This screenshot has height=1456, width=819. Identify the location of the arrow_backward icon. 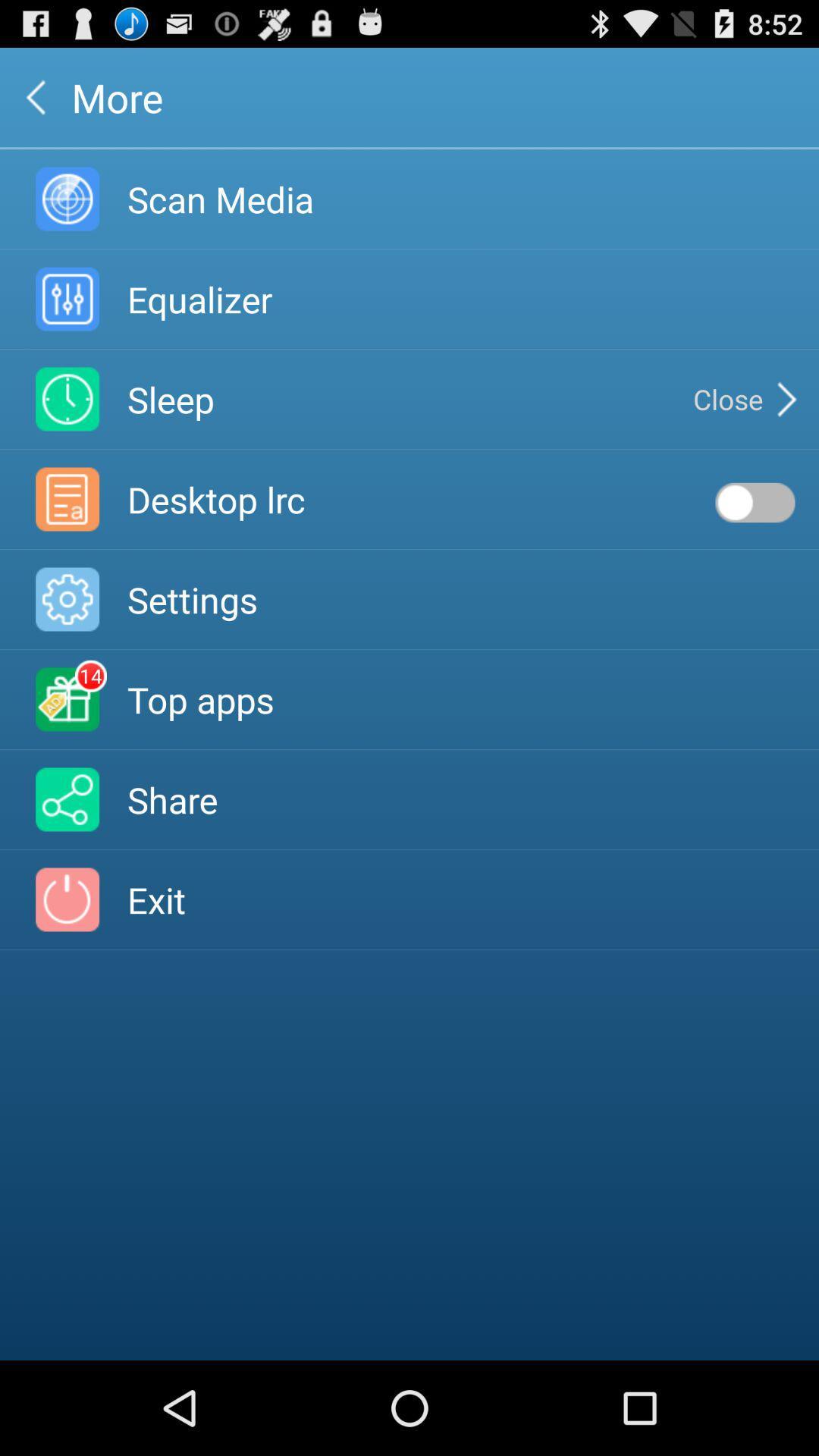
(35, 103).